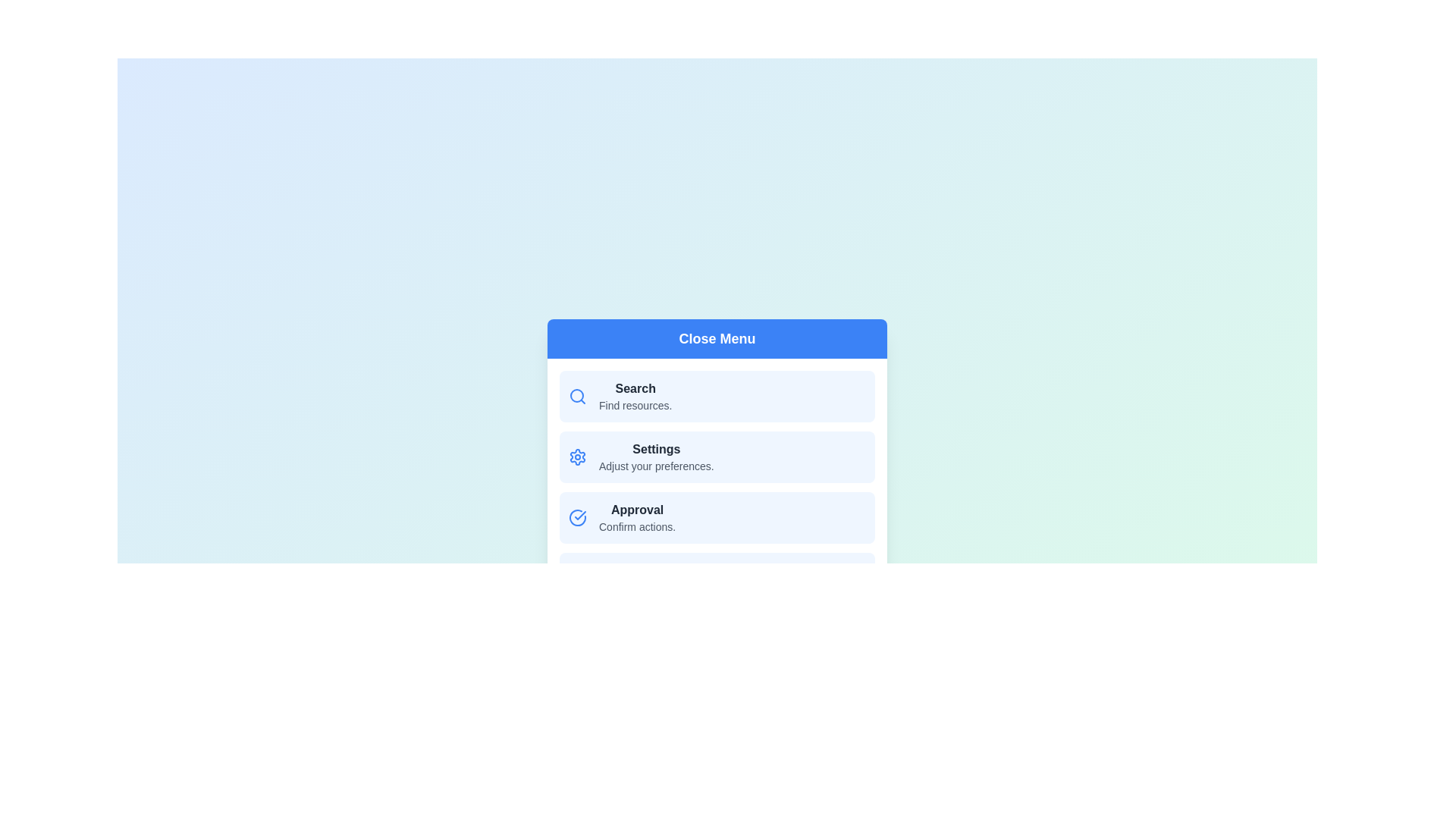  I want to click on the menu item corresponding to Settings, so click(716, 456).